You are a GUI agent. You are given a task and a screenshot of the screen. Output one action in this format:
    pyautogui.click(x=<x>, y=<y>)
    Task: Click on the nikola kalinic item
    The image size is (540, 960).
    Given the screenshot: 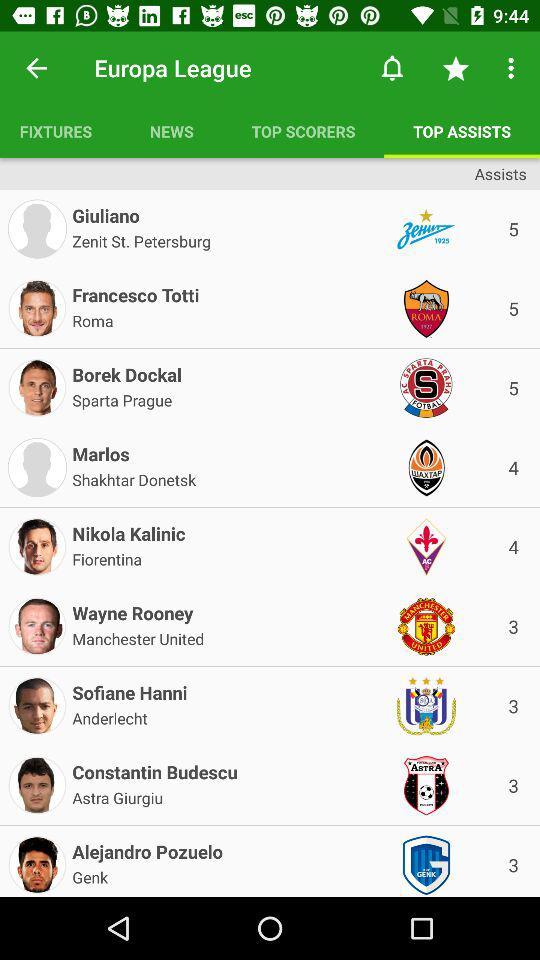 What is the action you would take?
    pyautogui.click(x=129, y=529)
    